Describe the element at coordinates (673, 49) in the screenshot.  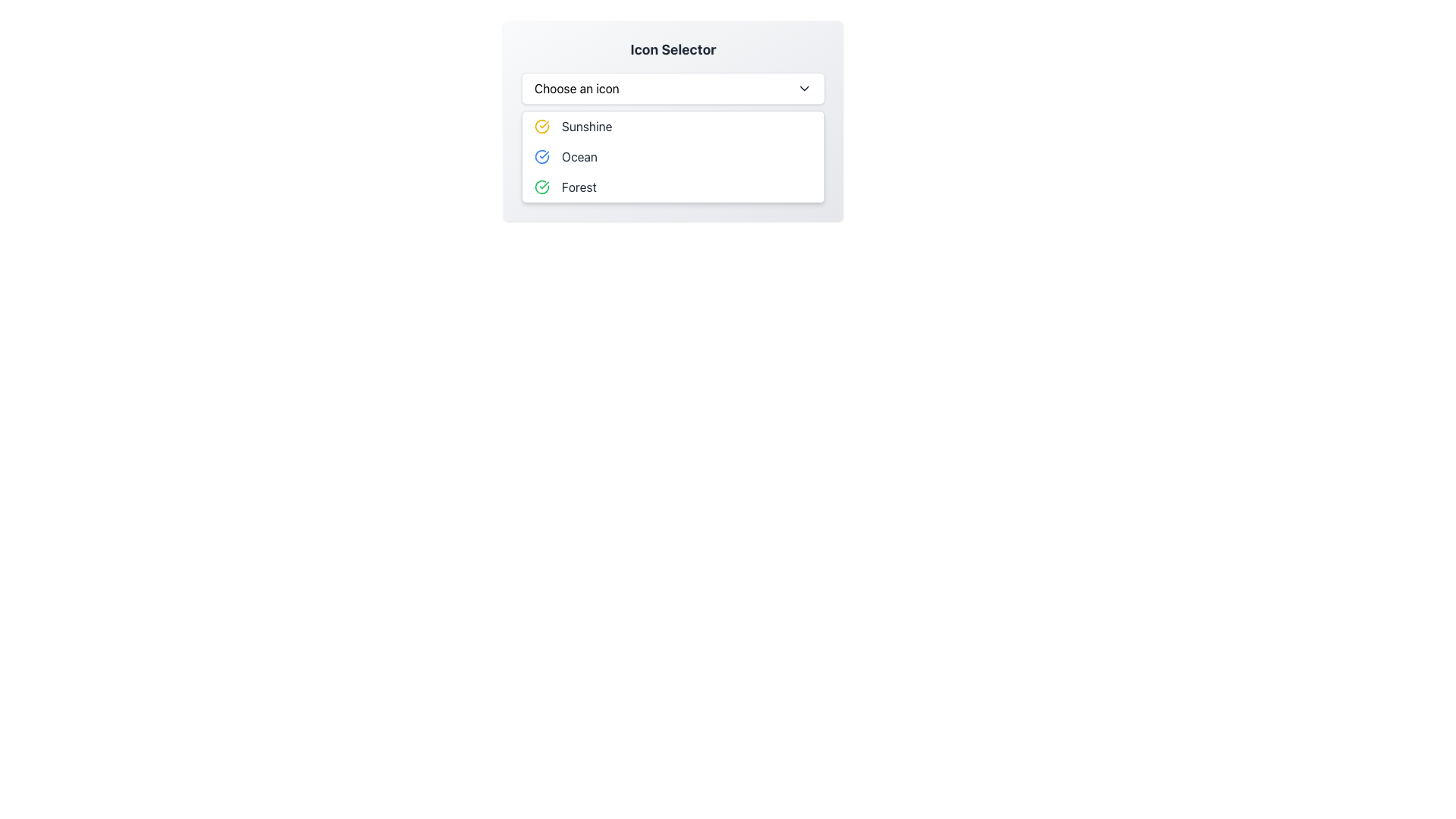
I see `the Text Label that serves as the title or heading for the interface section, located at the top of the layout` at that location.